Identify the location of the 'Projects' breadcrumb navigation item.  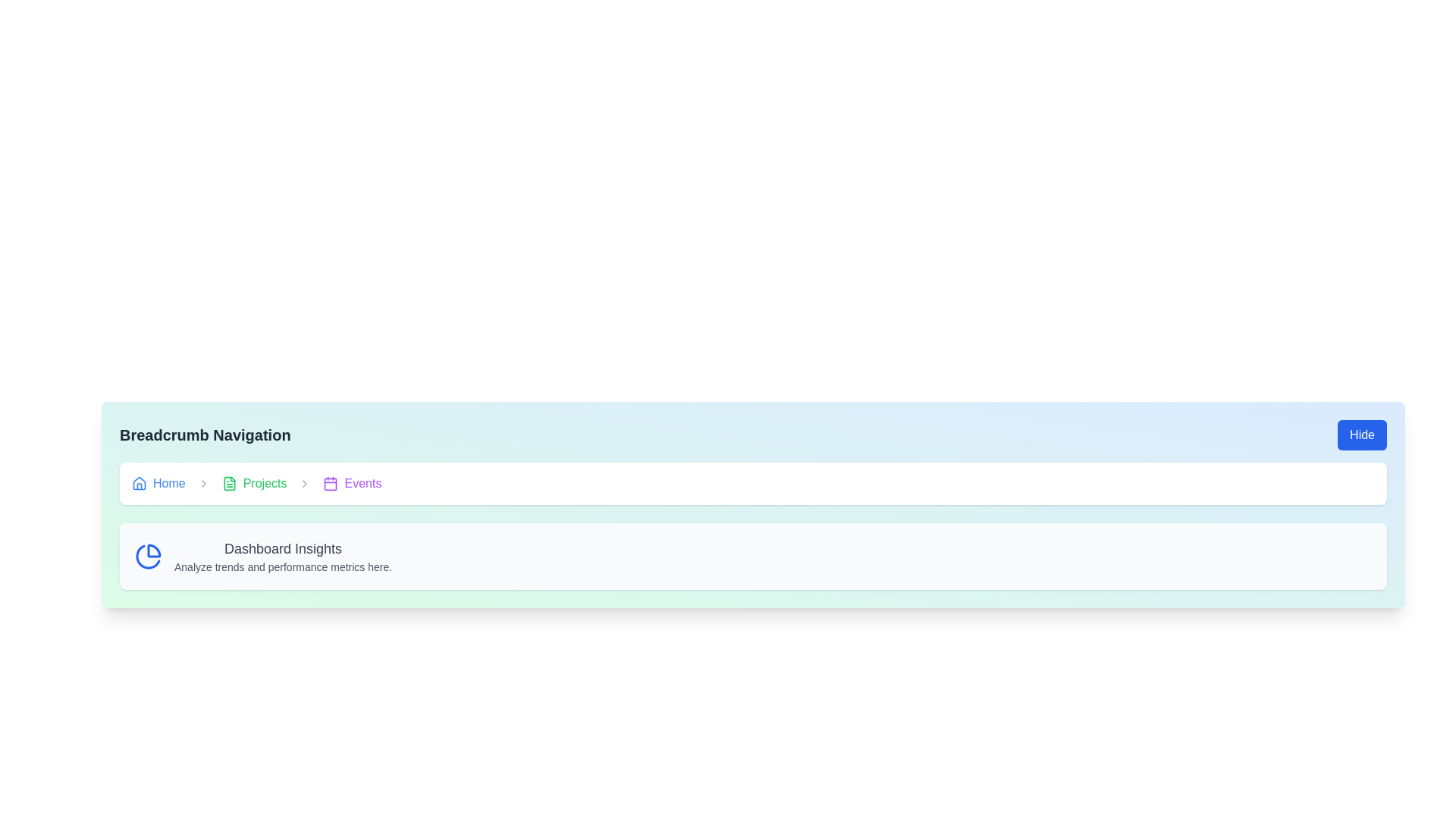
(254, 483).